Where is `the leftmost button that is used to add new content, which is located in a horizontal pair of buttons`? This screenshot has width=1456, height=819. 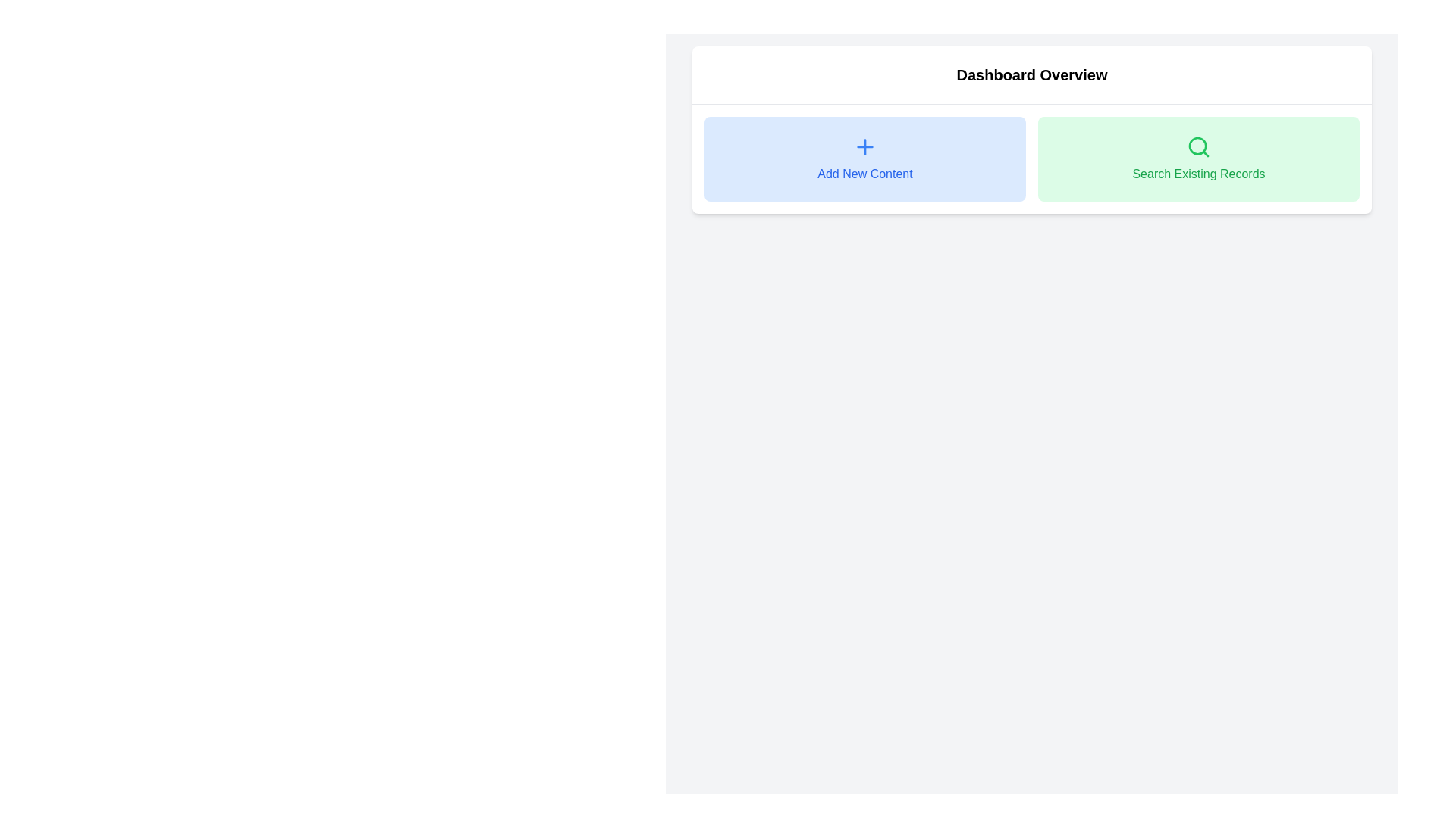
the leftmost button that is used to add new content, which is located in a horizontal pair of buttons is located at coordinates (865, 158).